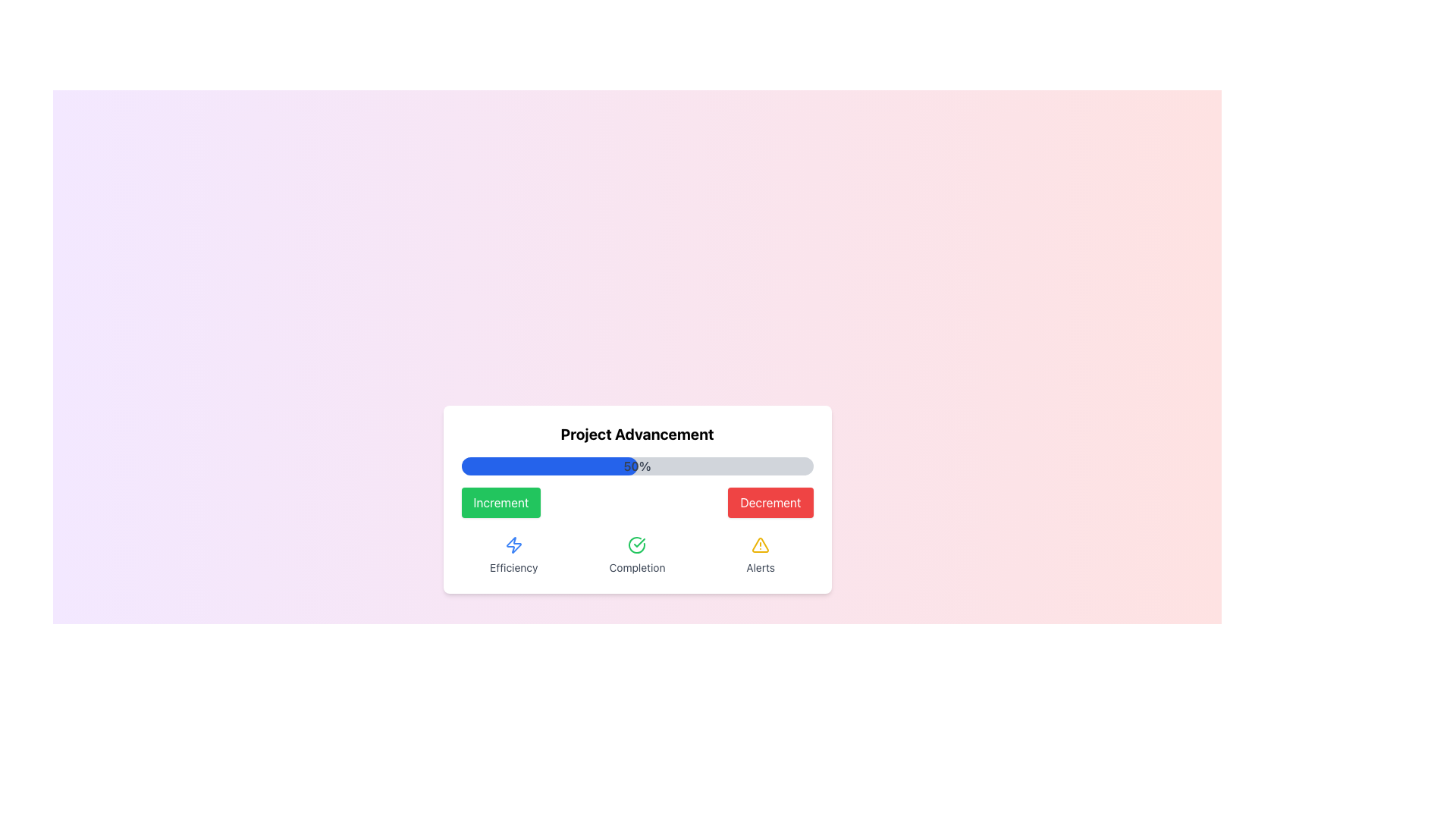  What do you see at coordinates (637, 555) in the screenshot?
I see `the attributes displayed in the grid section of the 'Project Advancement' card, which includes columns labeled 'Efficiency', 'Completion', and 'Alerts' with corresponding icons` at bounding box center [637, 555].